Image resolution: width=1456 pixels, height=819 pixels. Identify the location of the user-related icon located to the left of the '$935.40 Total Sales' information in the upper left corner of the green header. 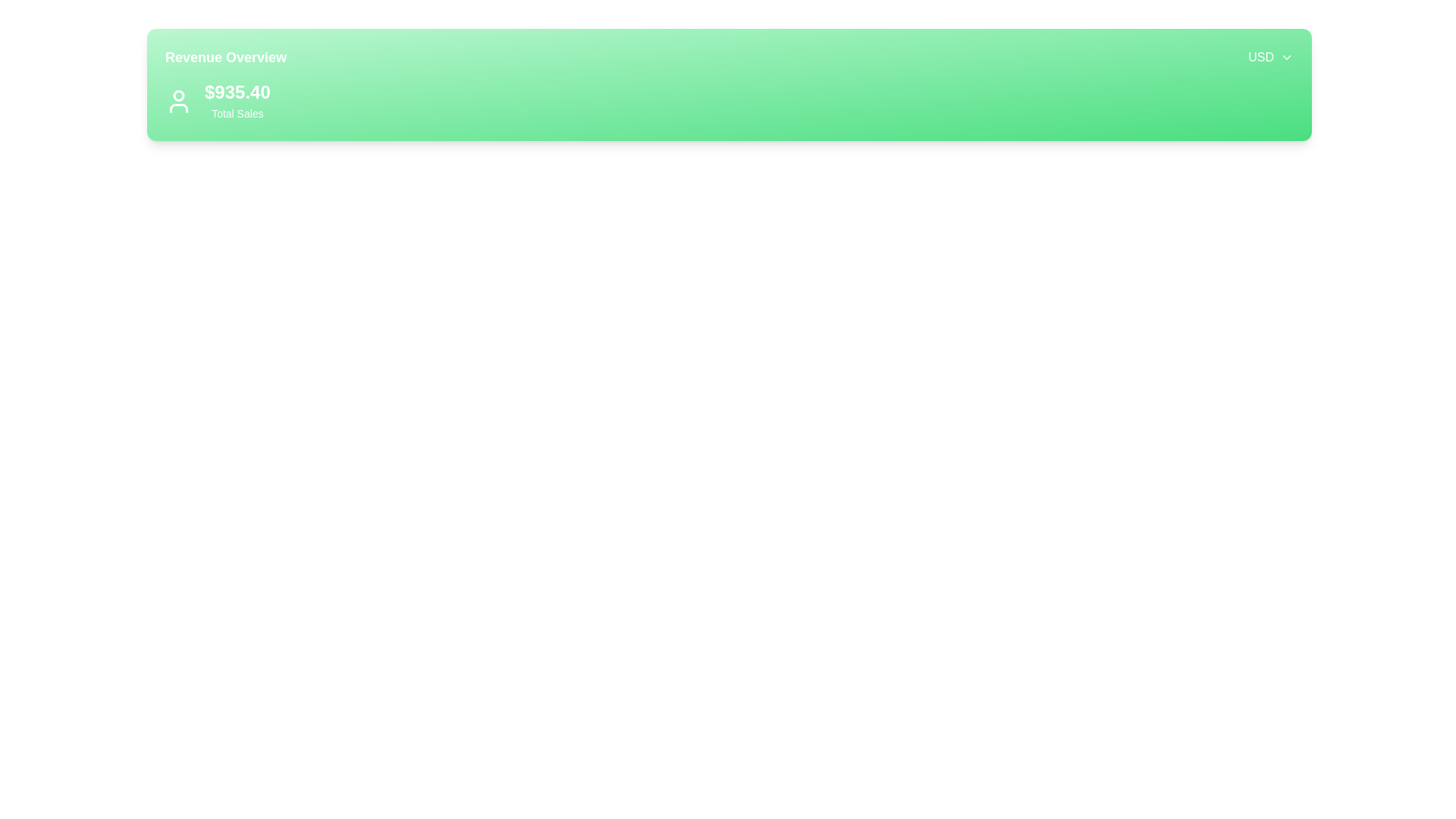
(178, 102).